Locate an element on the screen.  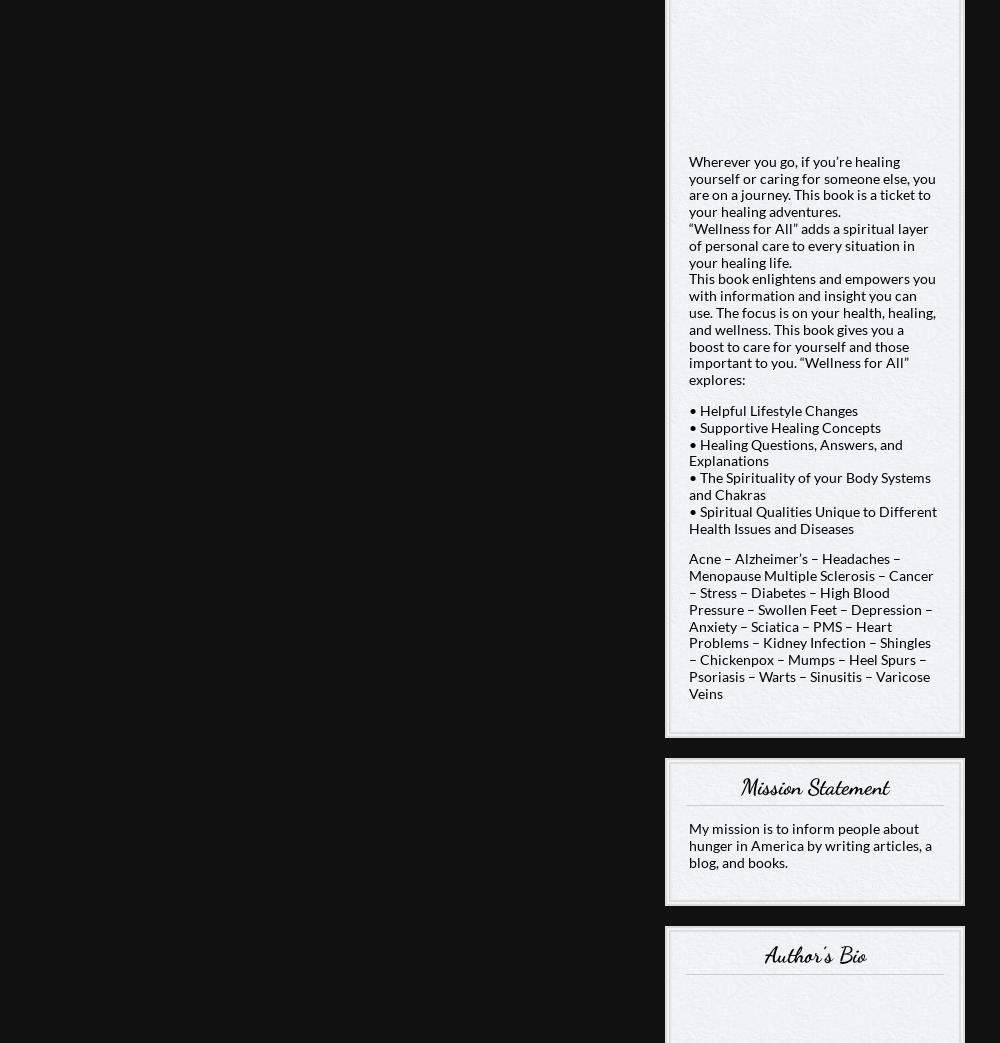
'Author’s Bio' is located at coordinates (813, 953).